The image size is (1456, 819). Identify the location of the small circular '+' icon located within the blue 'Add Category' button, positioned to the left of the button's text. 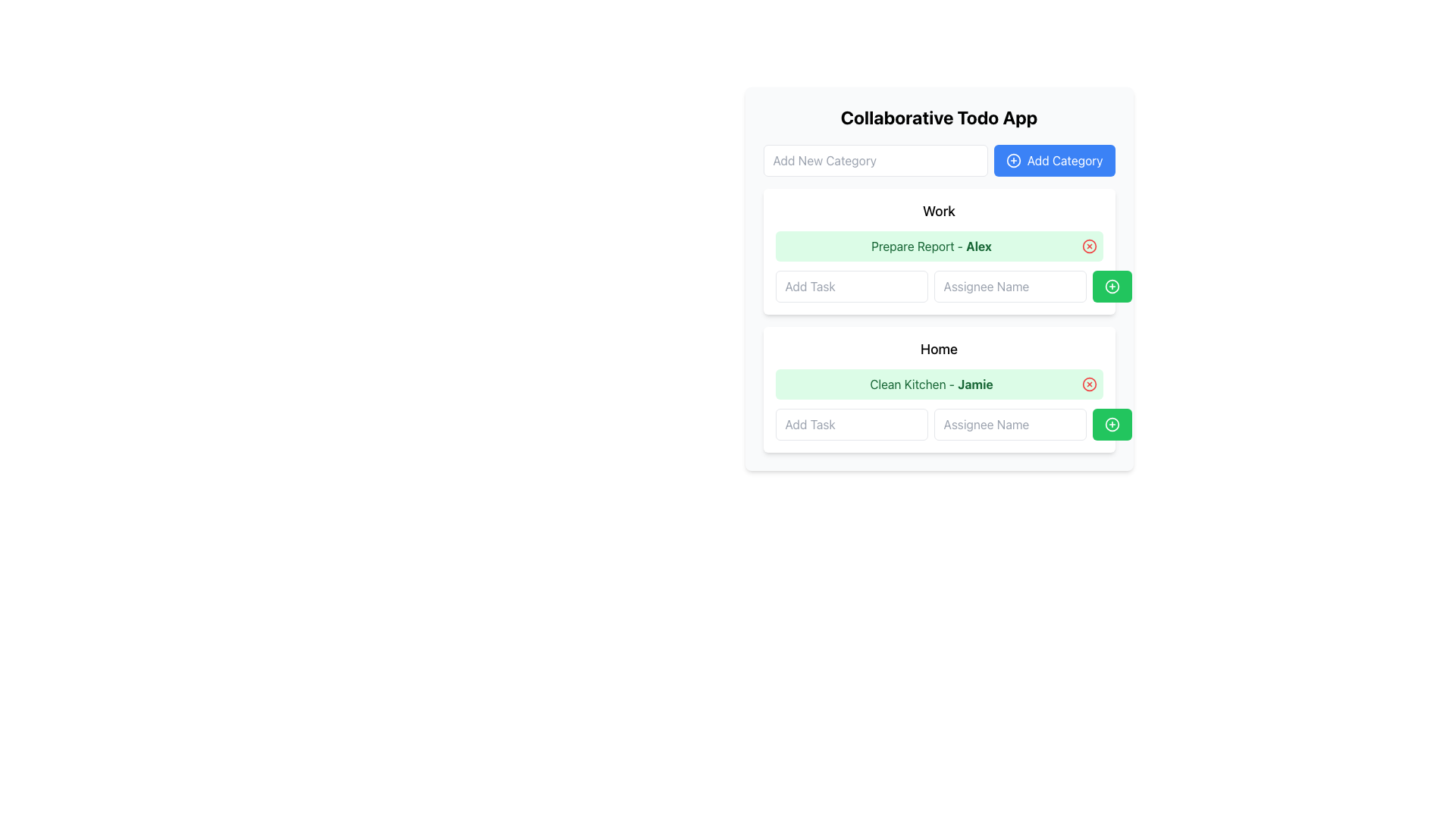
(1013, 161).